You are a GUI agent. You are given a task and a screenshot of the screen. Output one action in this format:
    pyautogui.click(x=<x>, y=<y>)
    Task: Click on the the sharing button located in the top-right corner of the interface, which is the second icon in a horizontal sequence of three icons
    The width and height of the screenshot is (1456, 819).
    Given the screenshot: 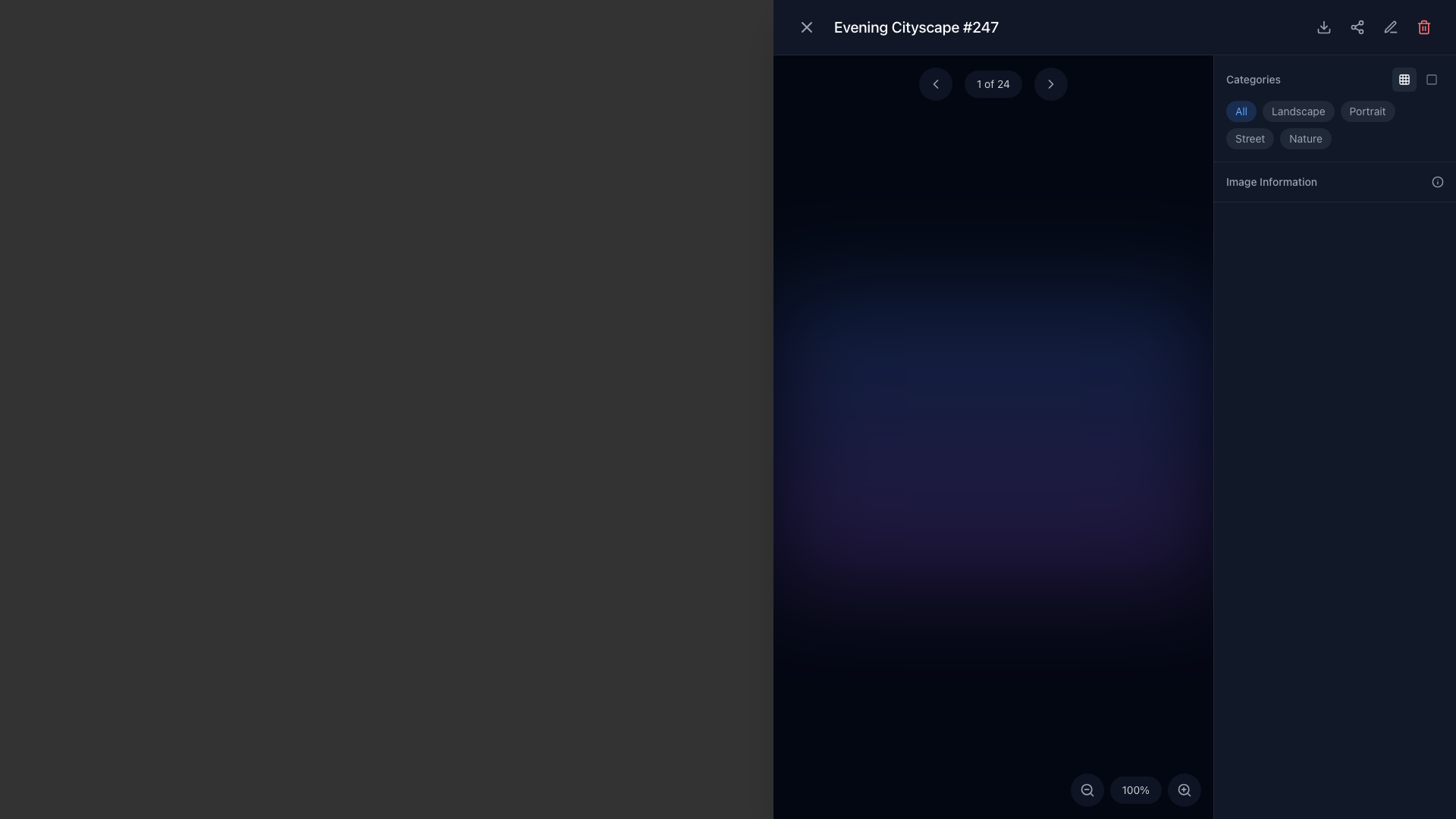 What is the action you would take?
    pyautogui.click(x=1357, y=27)
    